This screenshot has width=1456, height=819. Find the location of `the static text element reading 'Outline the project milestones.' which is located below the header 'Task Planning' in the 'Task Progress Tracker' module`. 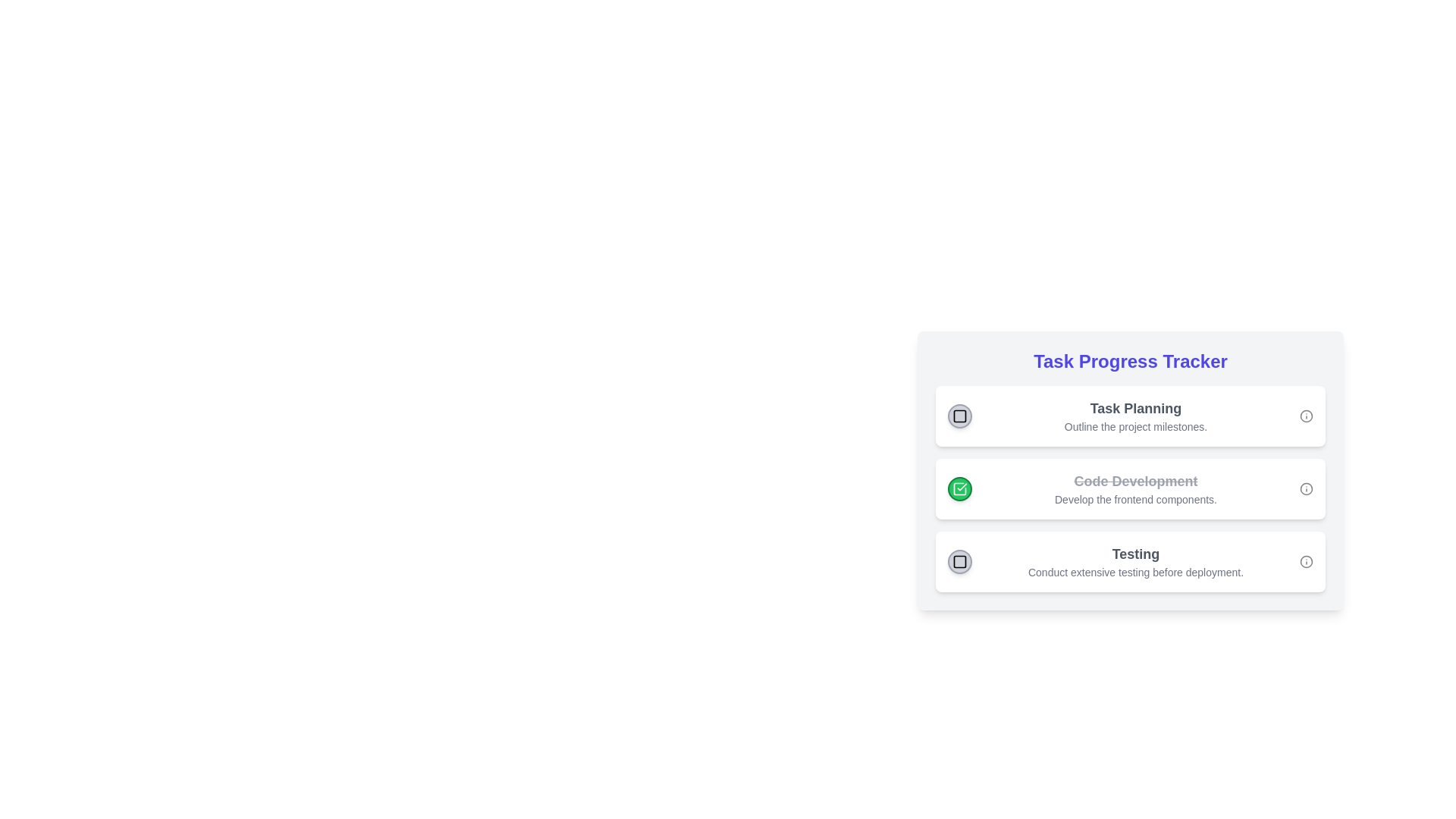

the static text element reading 'Outline the project milestones.' which is located below the header 'Task Planning' in the 'Task Progress Tracker' module is located at coordinates (1135, 427).